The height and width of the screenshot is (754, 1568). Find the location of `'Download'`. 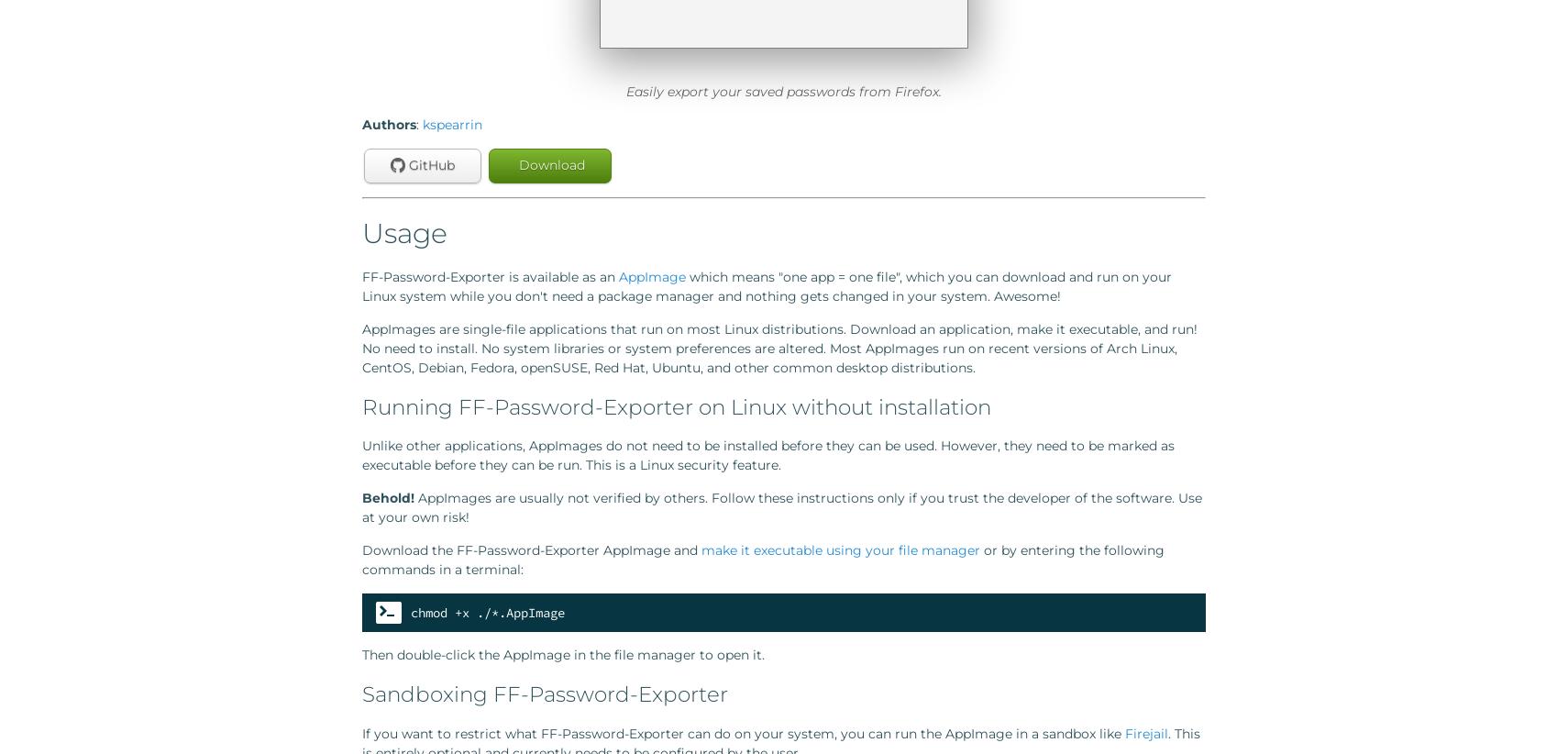

'Download' is located at coordinates (550, 164).